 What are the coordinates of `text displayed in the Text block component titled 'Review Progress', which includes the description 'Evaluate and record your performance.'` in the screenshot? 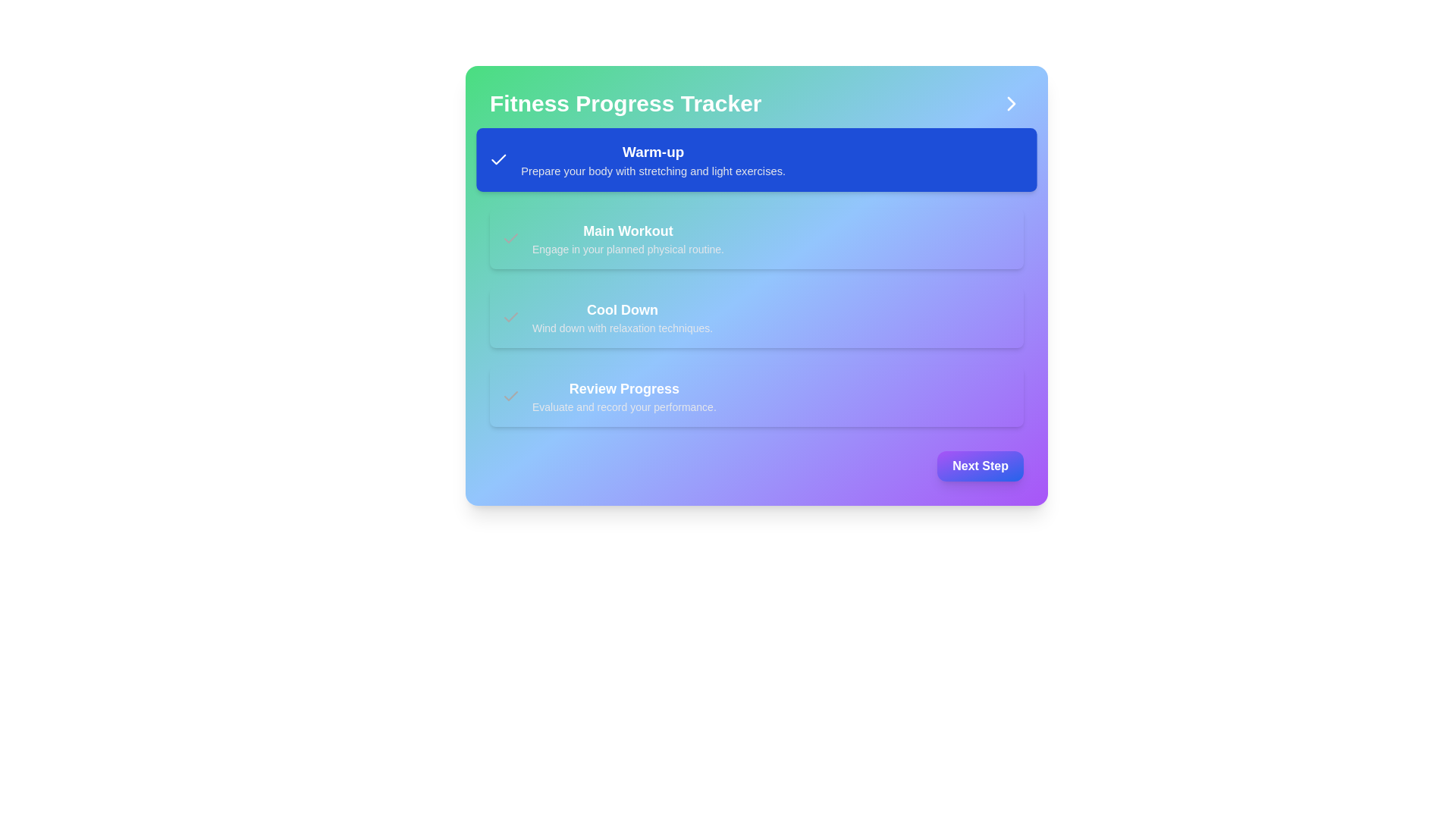 It's located at (624, 396).